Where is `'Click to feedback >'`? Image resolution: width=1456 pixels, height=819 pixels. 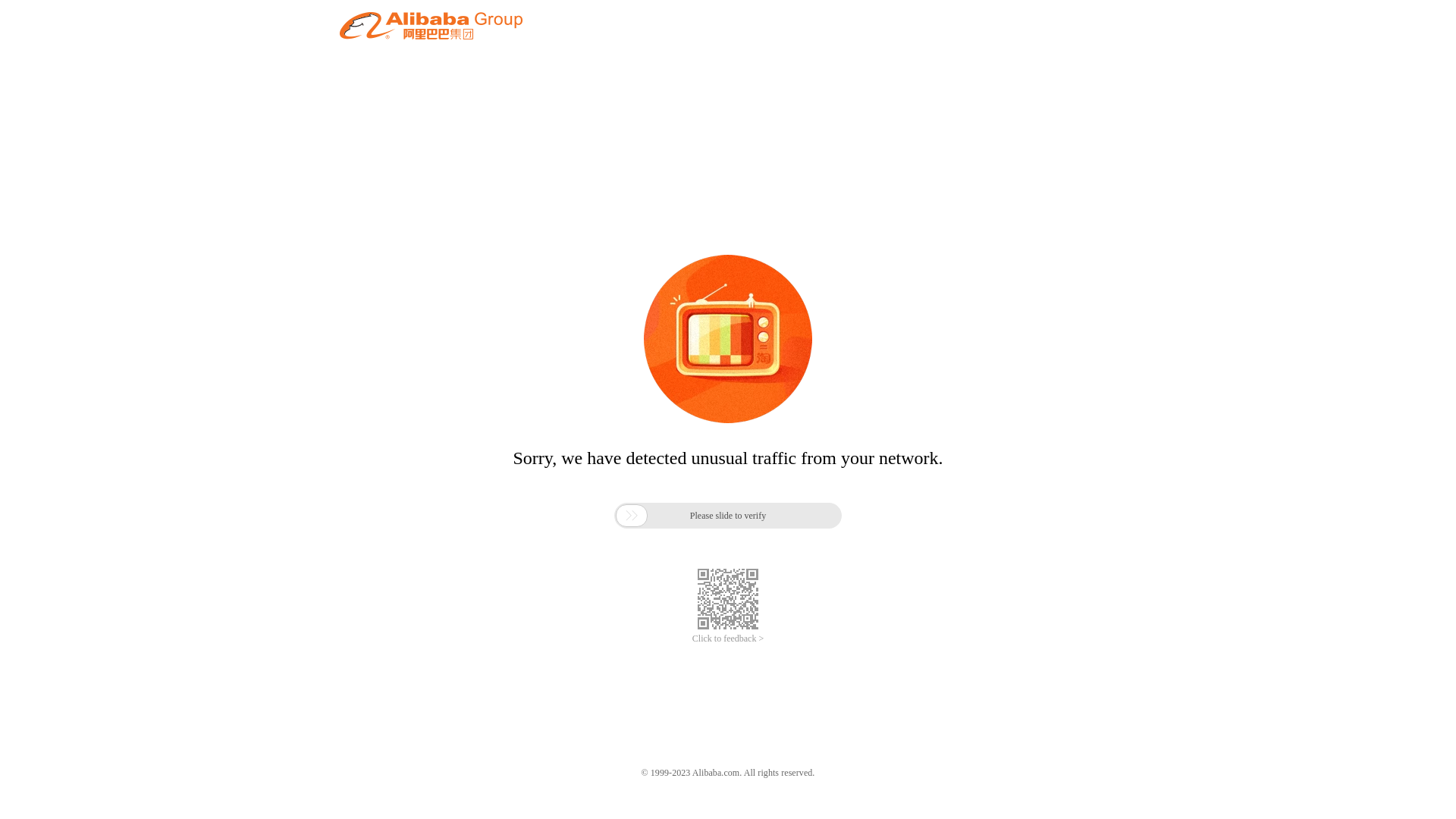 'Click to feedback >' is located at coordinates (691, 639).